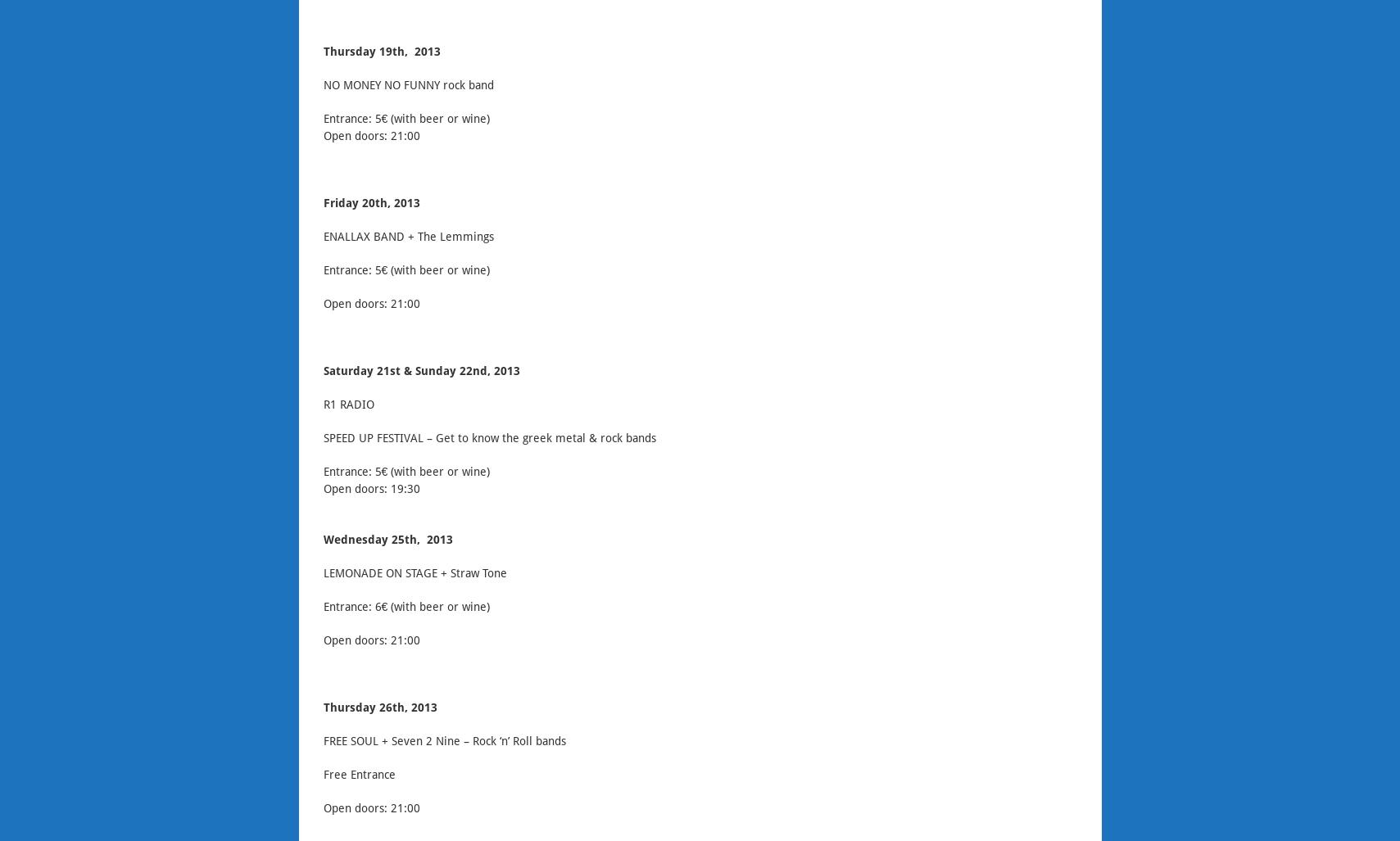 The height and width of the screenshot is (841, 1400). I want to click on 'FREE SOUL + Seven 2 Nine – Rock ‘n’ Roll bands', so click(442, 741).